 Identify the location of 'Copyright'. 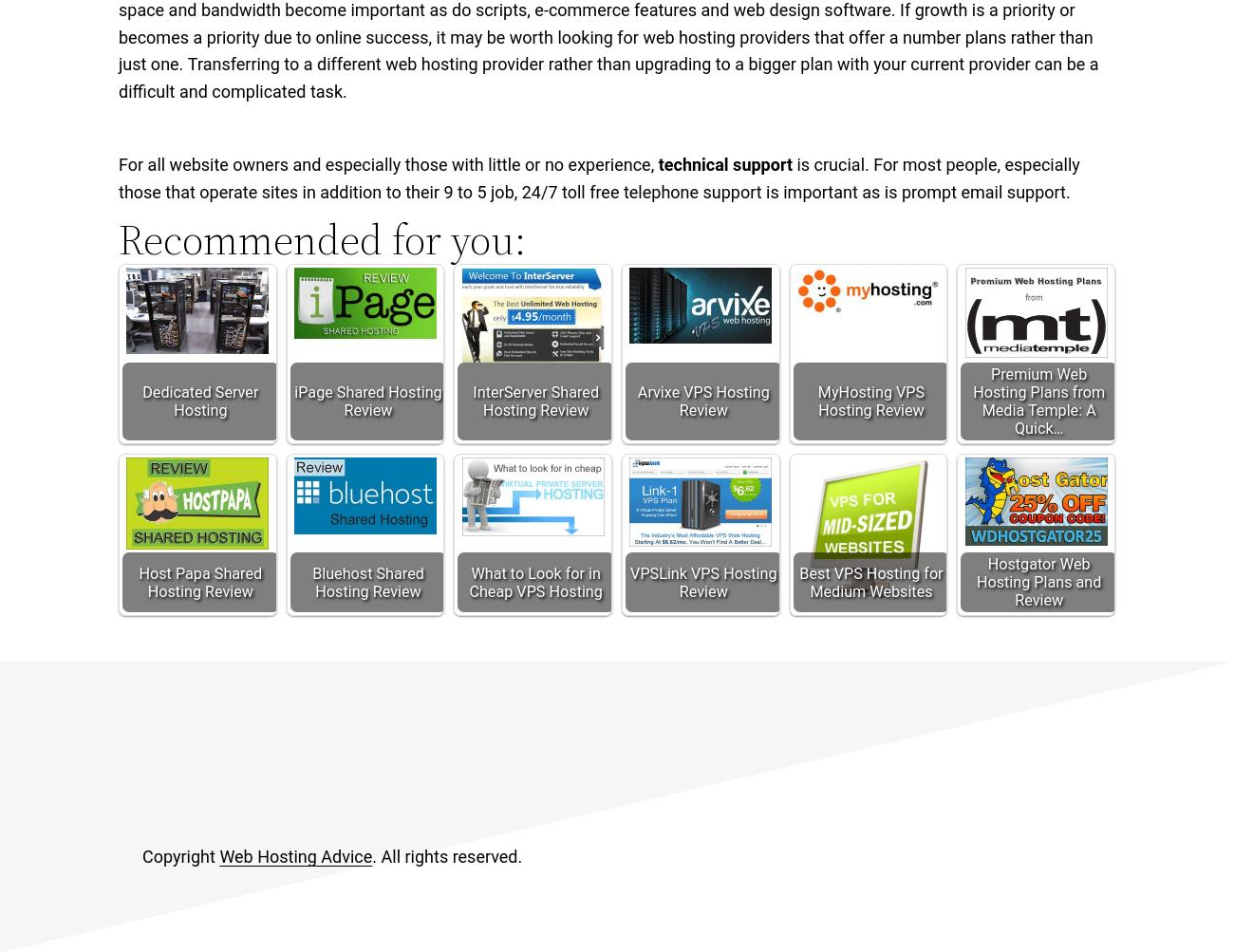
(180, 856).